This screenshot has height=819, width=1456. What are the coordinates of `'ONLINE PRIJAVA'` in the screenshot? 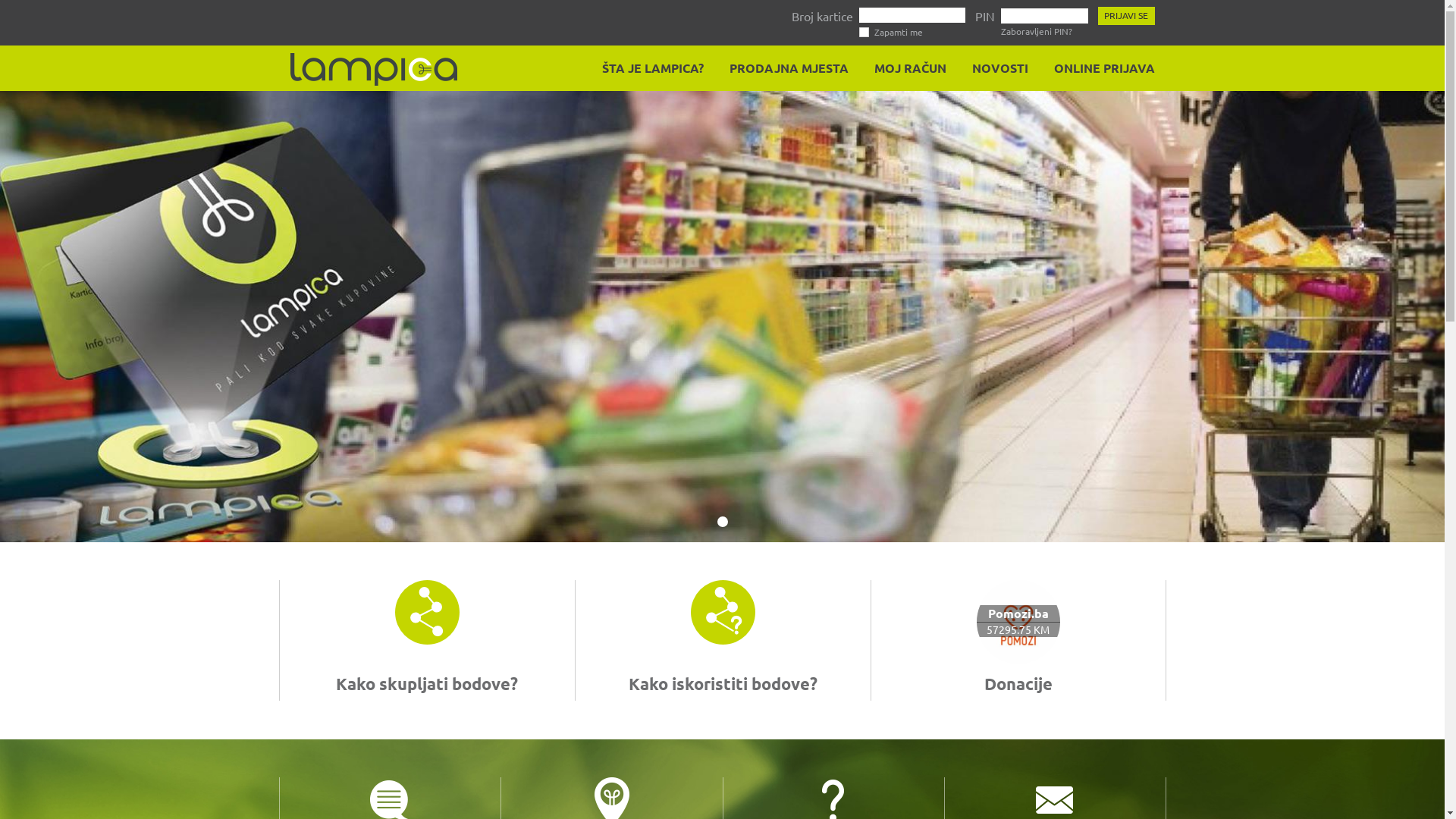 It's located at (1043, 67).